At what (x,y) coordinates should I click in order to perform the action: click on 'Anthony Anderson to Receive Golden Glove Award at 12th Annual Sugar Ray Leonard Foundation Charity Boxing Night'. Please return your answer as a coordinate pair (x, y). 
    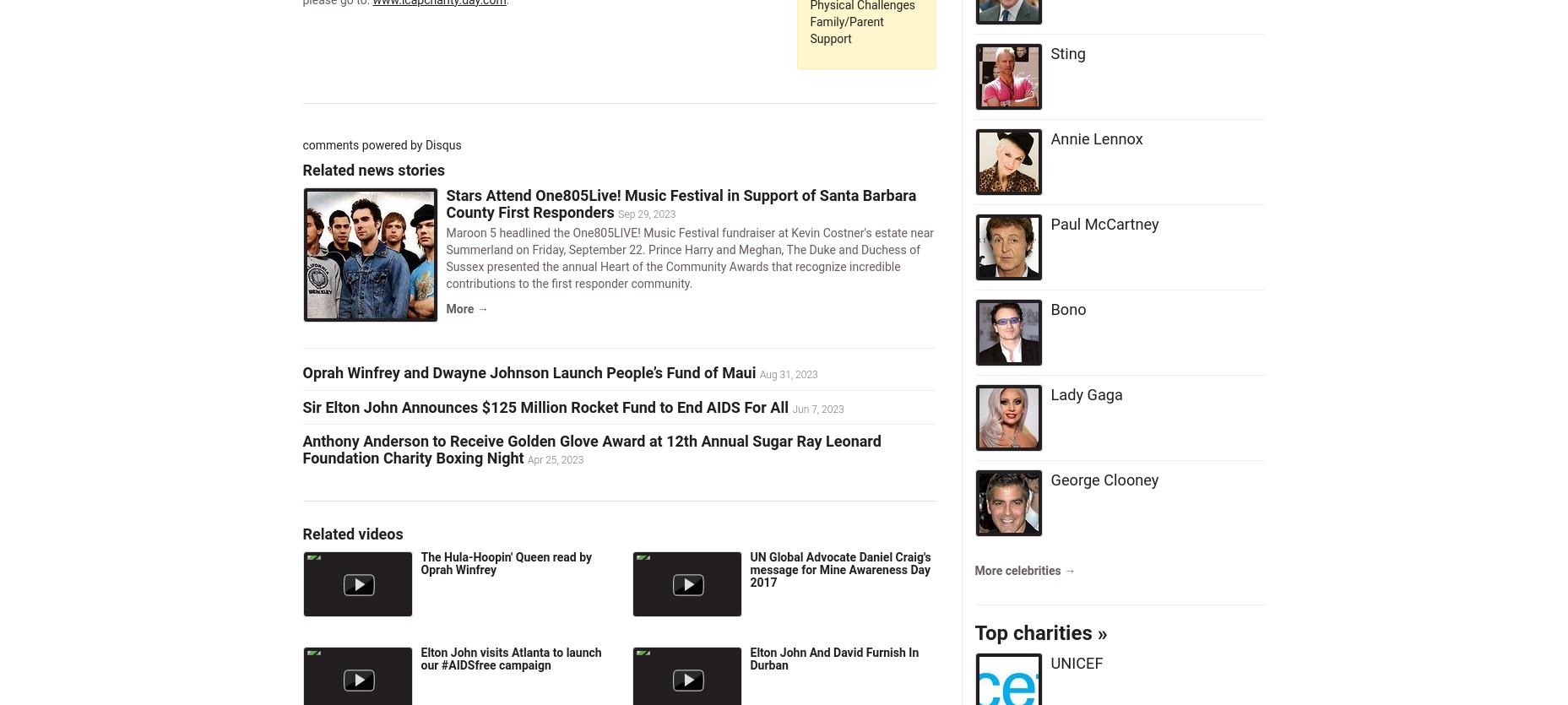
    Looking at the image, I should click on (590, 449).